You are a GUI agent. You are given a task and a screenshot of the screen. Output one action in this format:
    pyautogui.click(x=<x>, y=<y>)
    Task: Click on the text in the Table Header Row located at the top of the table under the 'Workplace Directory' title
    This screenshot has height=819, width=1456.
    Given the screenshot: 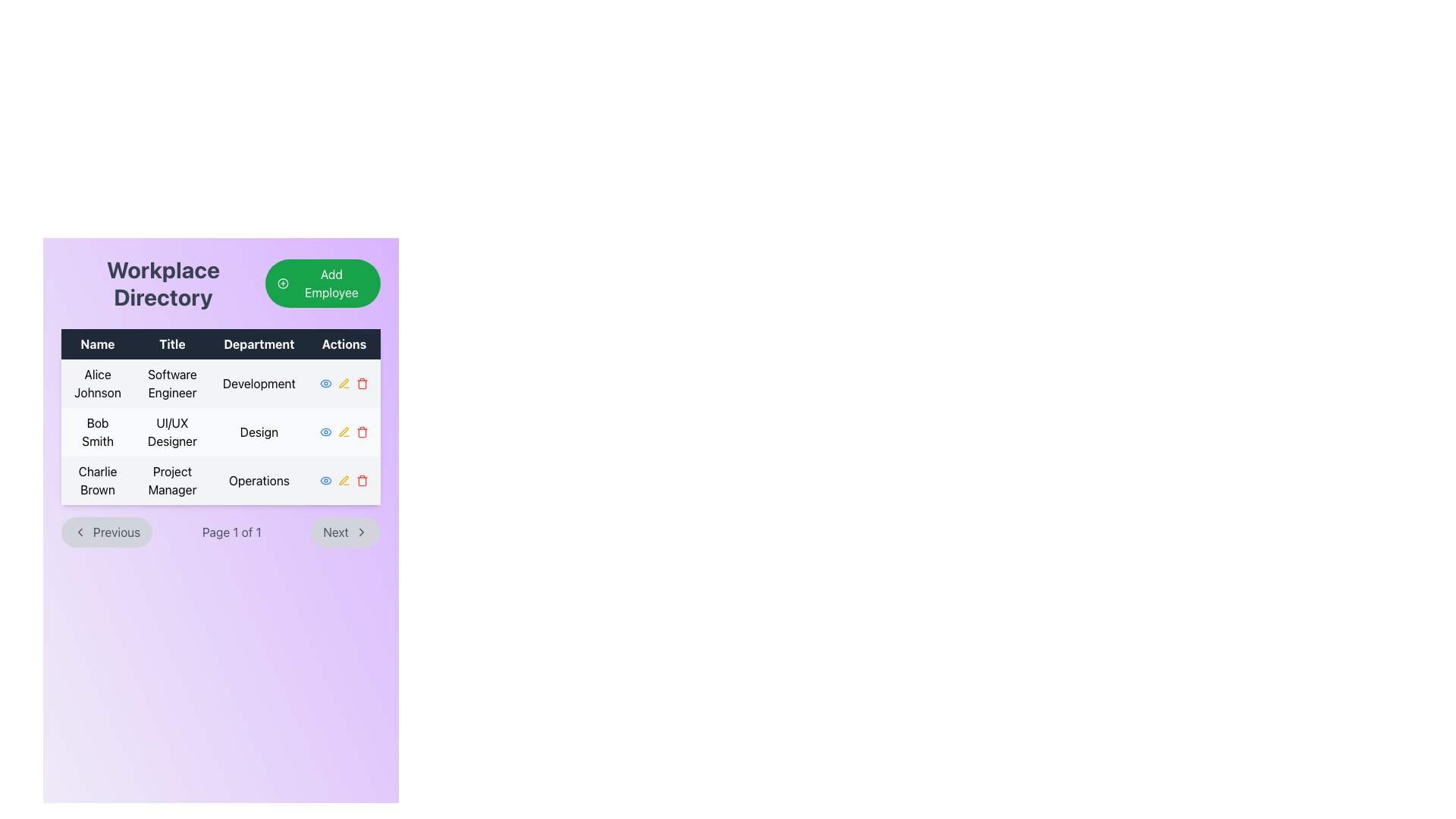 What is the action you would take?
    pyautogui.click(x=220, y=344)
    